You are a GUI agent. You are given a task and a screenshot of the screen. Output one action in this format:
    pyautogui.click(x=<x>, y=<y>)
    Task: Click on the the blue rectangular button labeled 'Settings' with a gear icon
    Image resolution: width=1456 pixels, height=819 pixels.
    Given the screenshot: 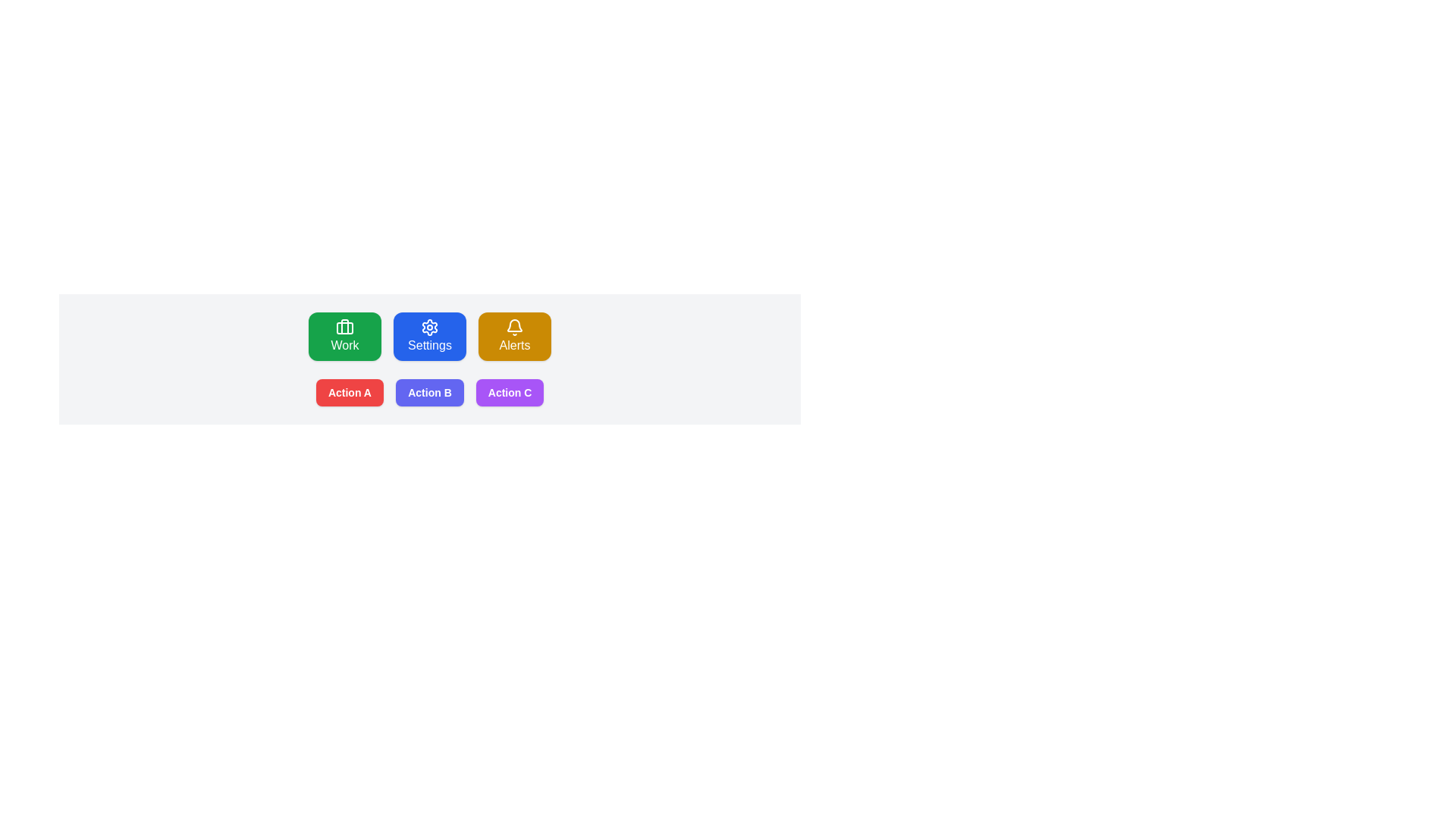 What is the action you would take?
    pyautogui.click(x=428, y=345)
    